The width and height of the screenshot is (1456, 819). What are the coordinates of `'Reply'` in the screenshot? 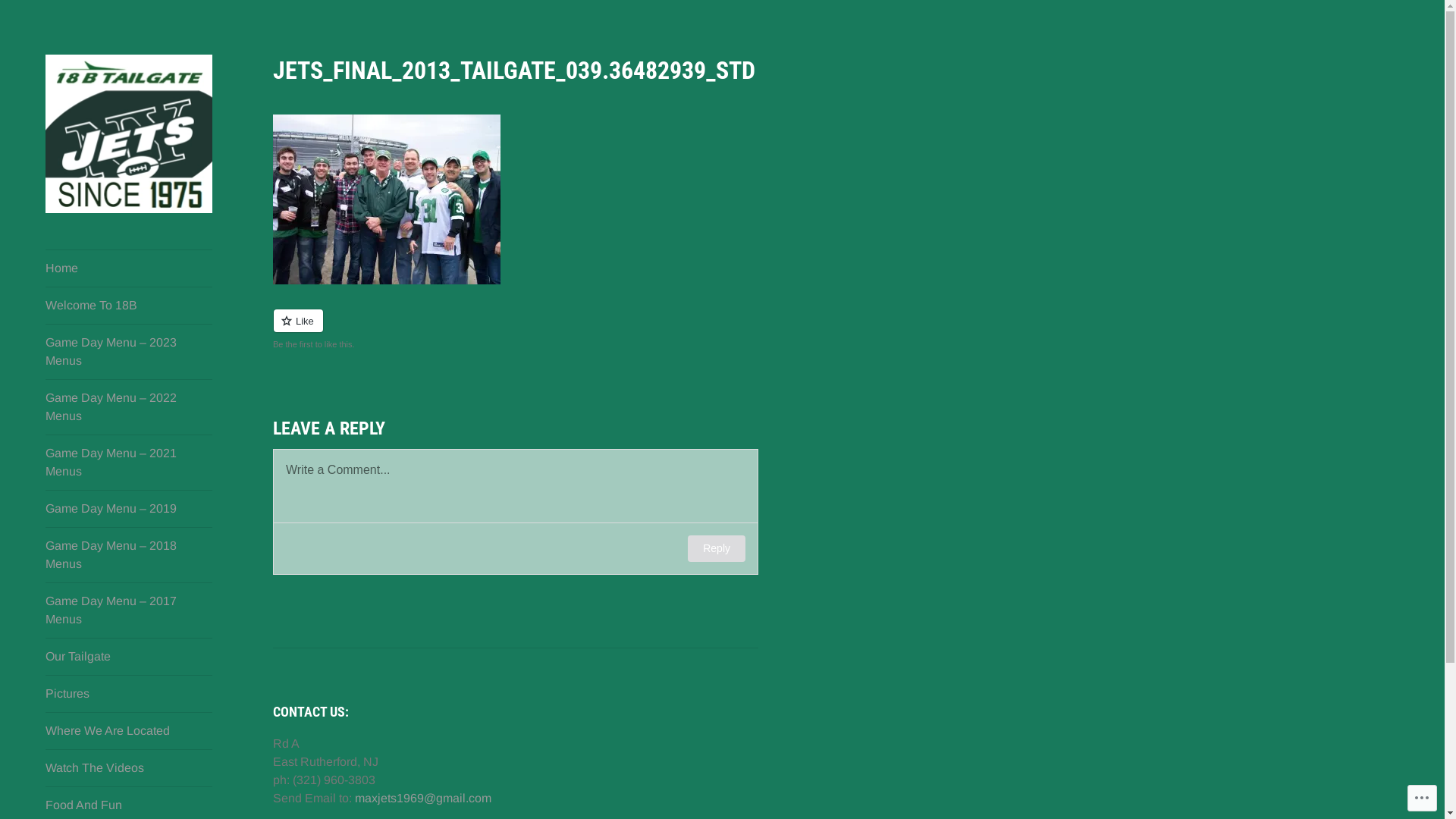 It's located at (687, 548).